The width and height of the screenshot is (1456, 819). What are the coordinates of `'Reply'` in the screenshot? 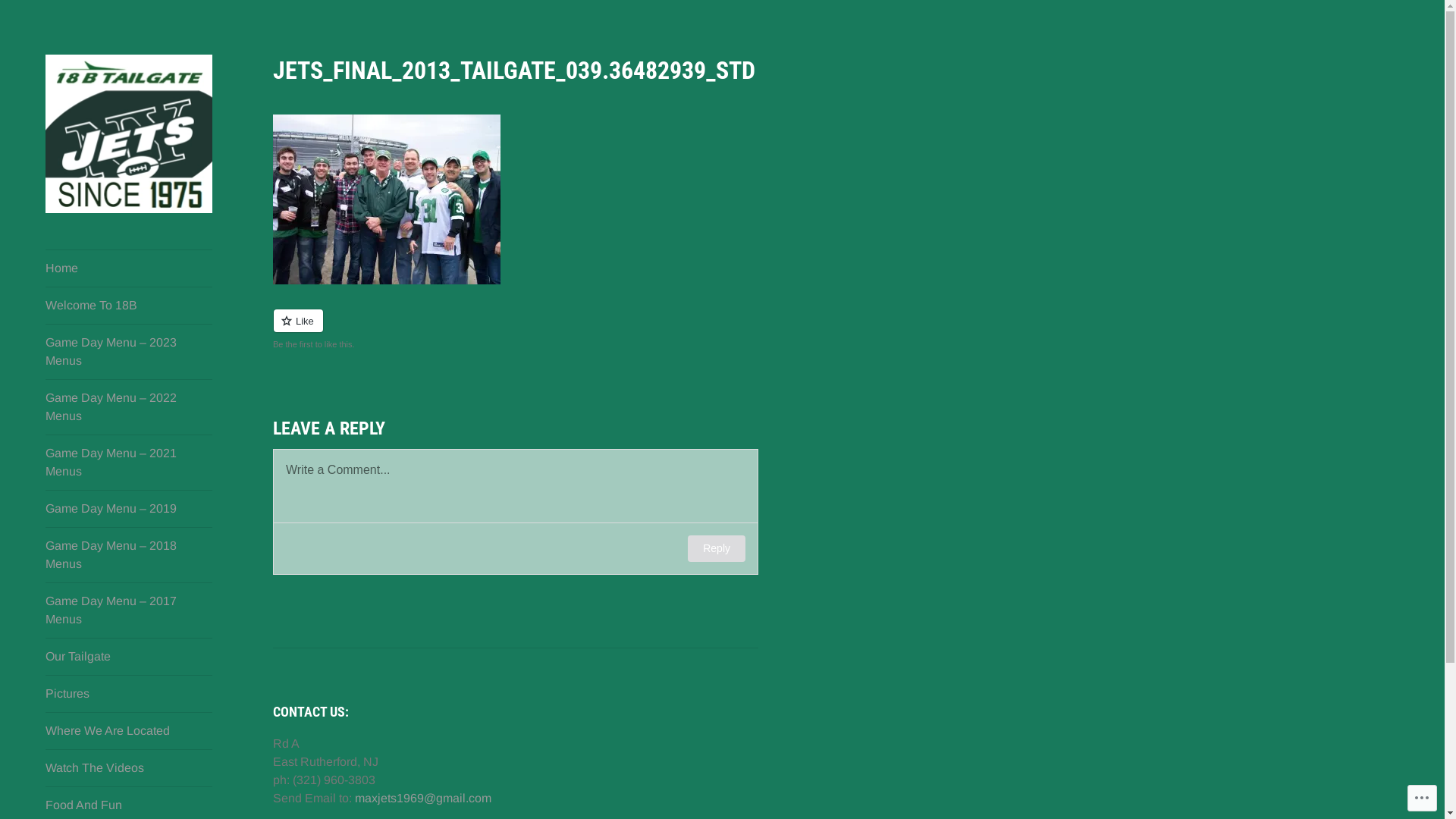 It's located at (687, 548).